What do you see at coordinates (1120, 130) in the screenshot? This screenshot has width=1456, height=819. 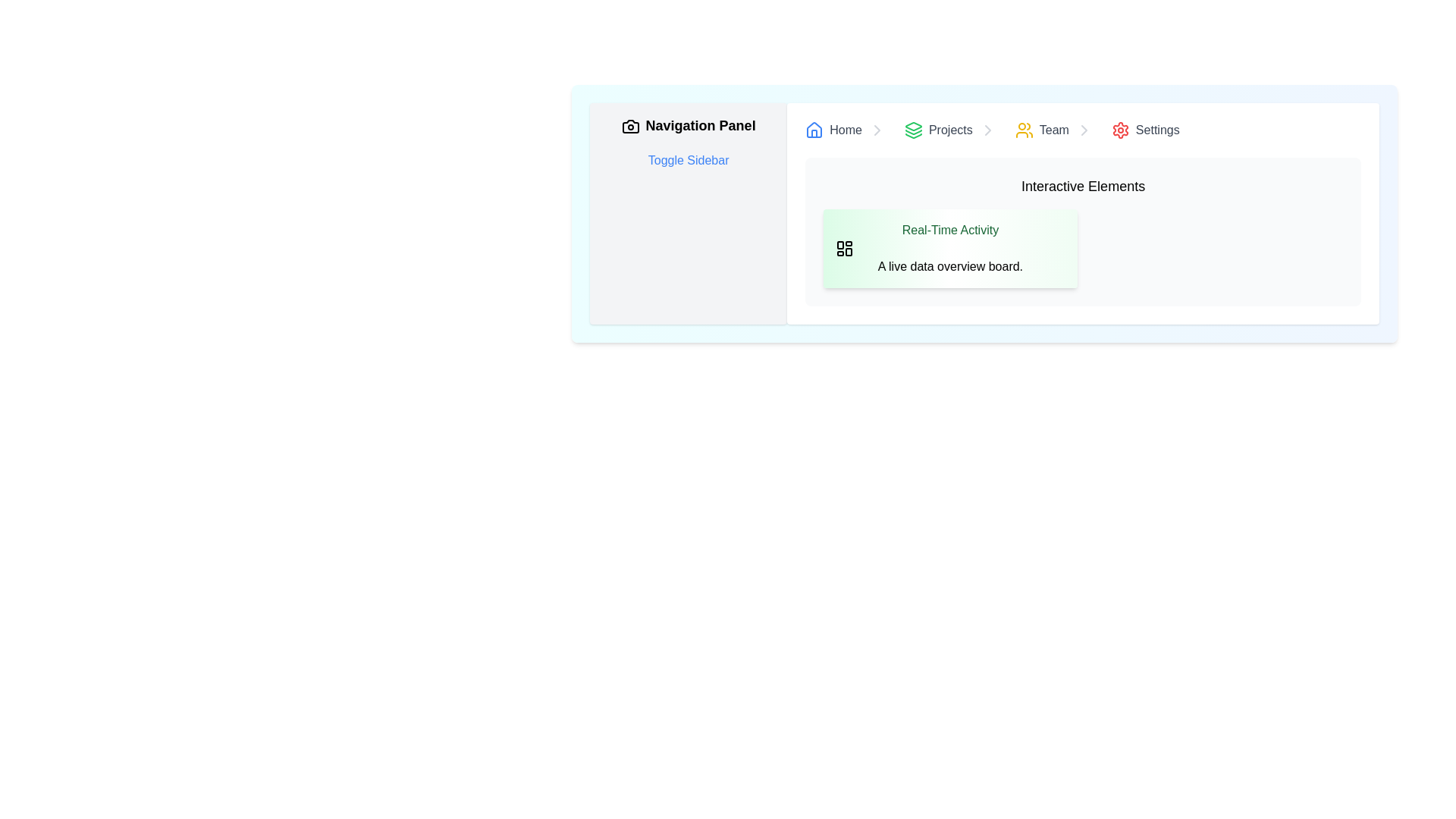 I see `the red cogwheel icon located near the top-right corner of the interface, next to the 'Settings' label` at bounding box center [1120, 130].